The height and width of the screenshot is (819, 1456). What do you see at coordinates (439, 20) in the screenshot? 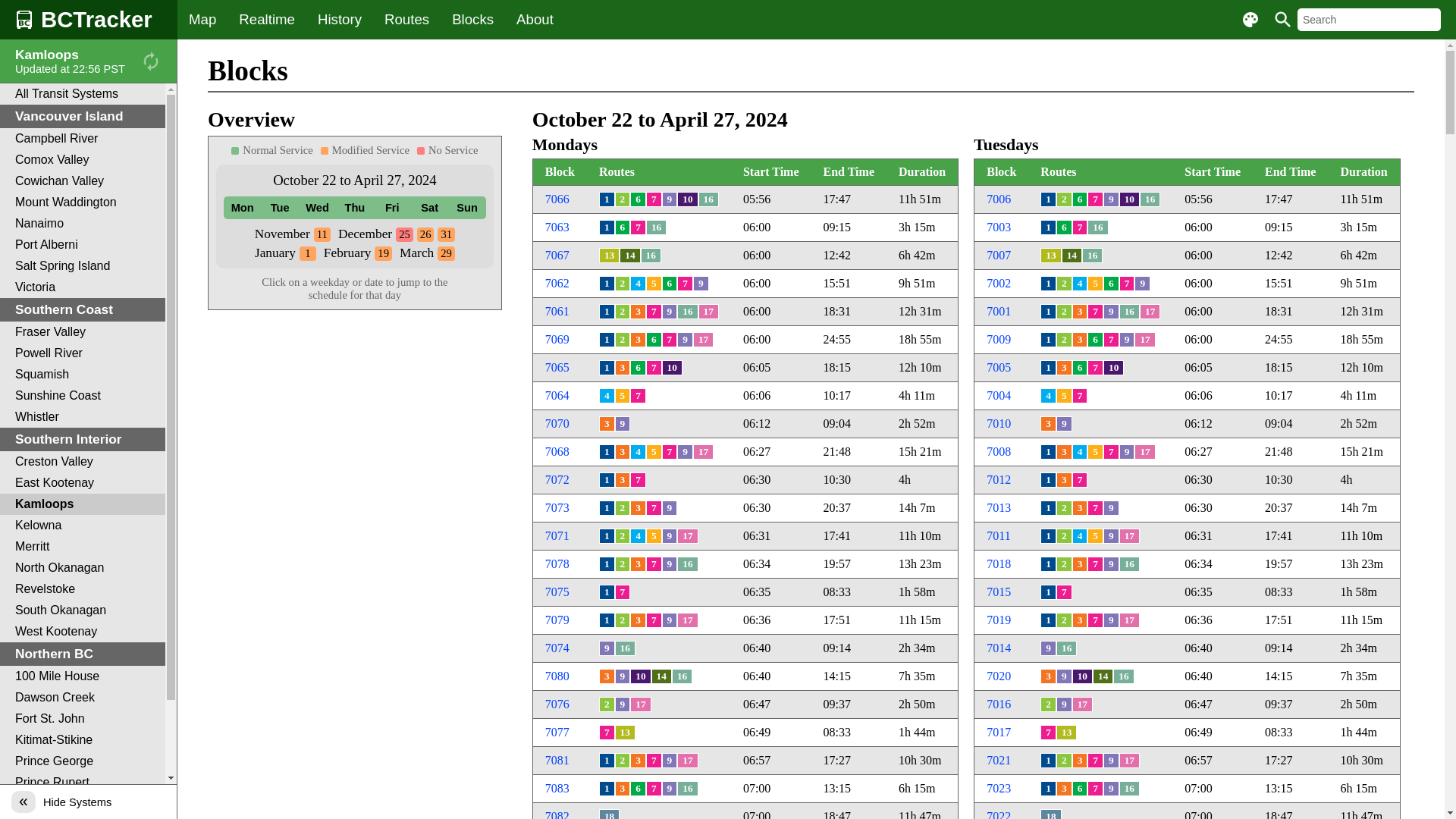
I see `'Blocks'` at bounding box center [439, 20].